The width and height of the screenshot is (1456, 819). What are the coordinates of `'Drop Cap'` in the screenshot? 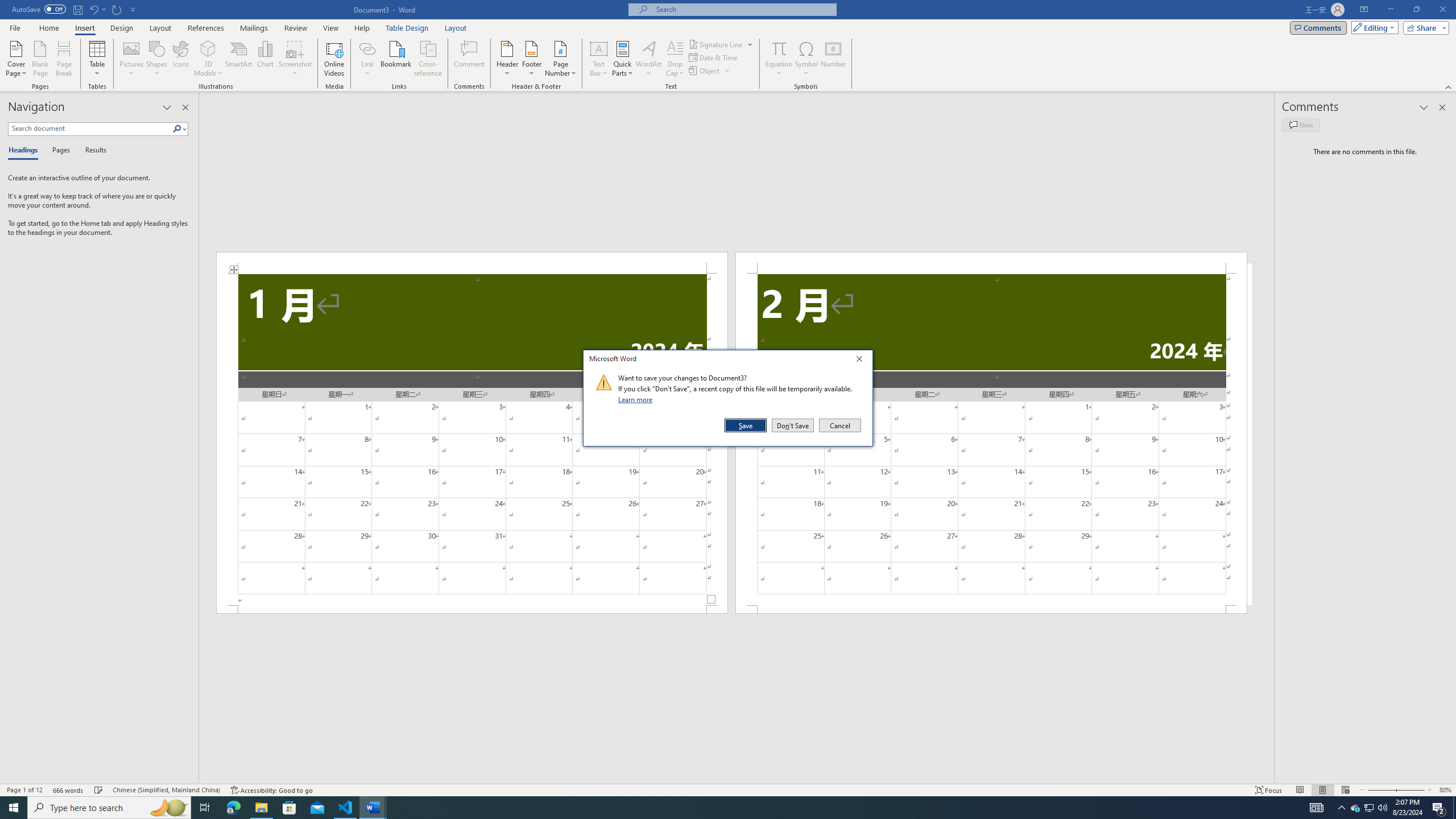 It's located at (675, 59).